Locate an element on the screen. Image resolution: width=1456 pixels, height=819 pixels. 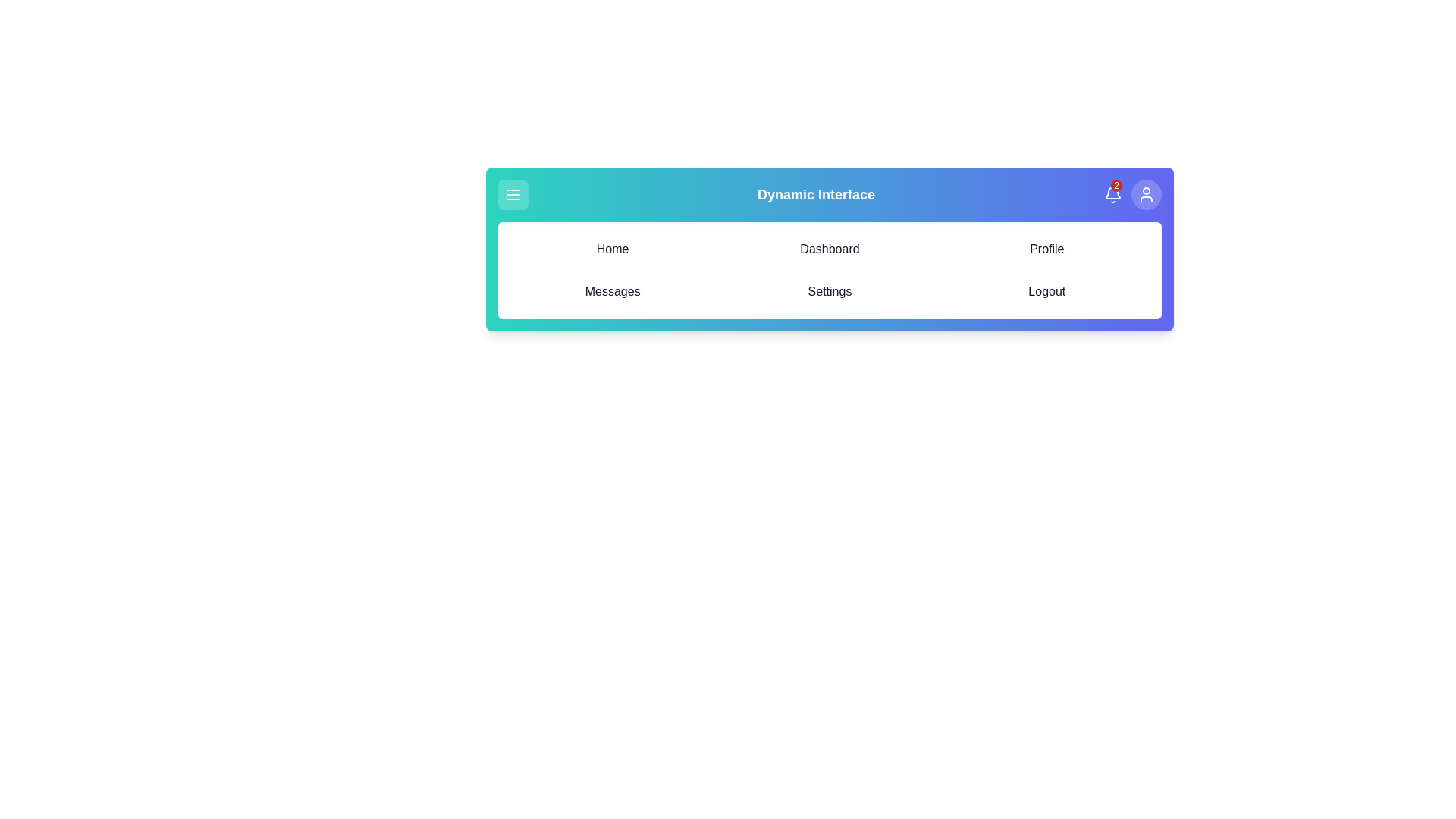
the navigation item Dashboard from the menu is located at coordinates (829, 248).